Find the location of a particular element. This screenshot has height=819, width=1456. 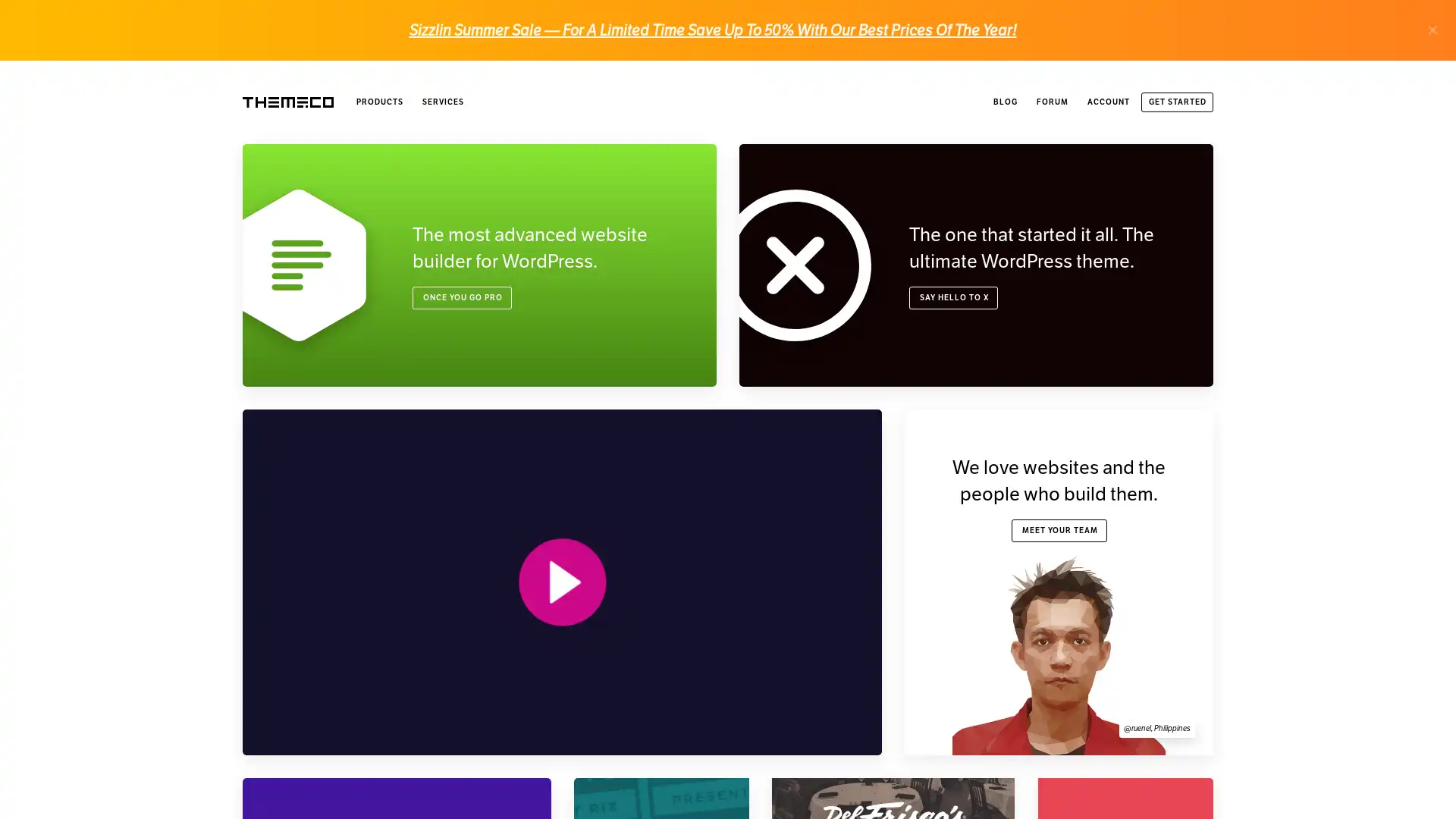

PLAY VIDEO is located at coordinates (561, 581).